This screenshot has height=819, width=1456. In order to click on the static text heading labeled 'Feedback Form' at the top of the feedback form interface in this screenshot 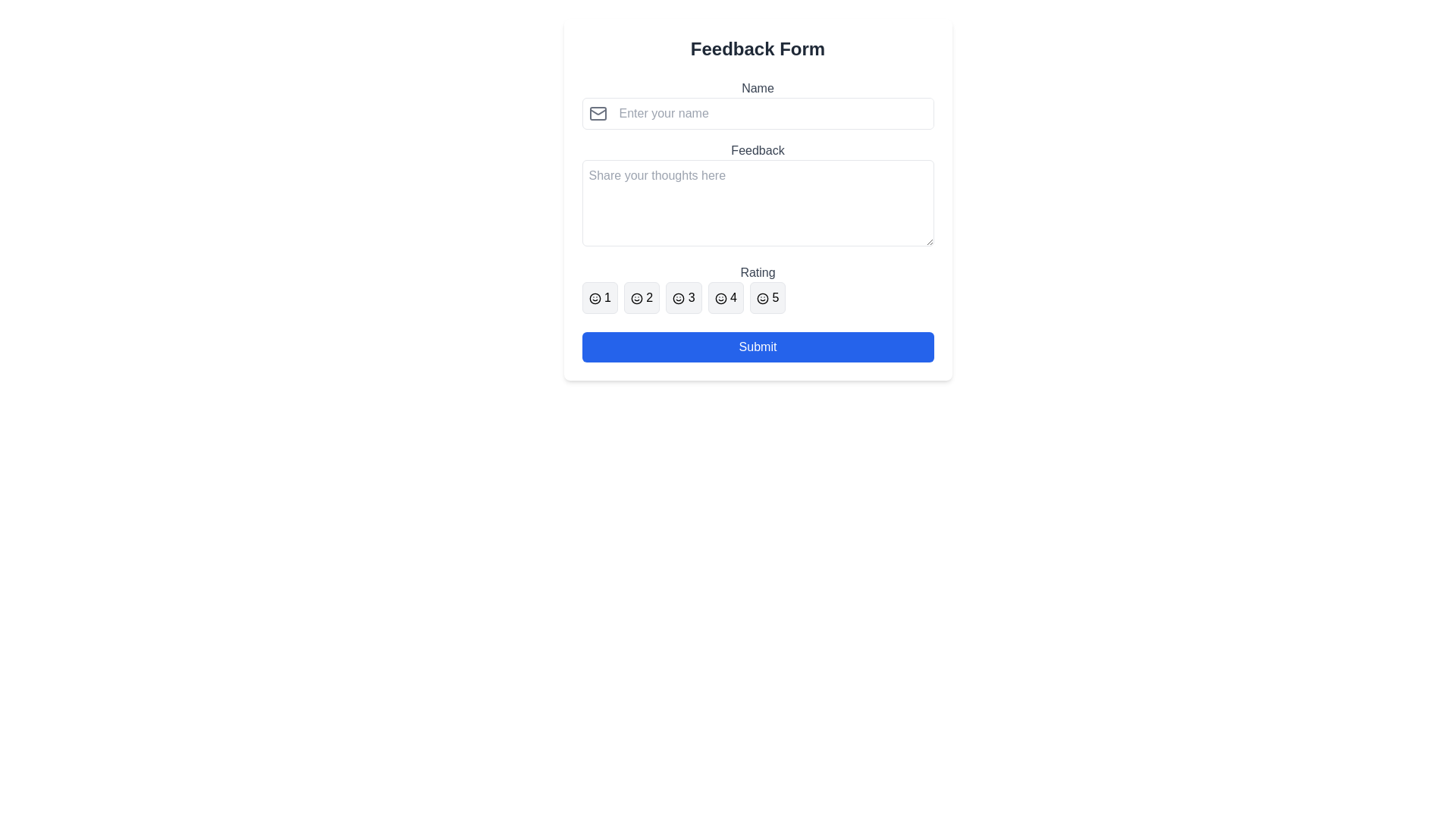, I will do `click(758, 49)`.